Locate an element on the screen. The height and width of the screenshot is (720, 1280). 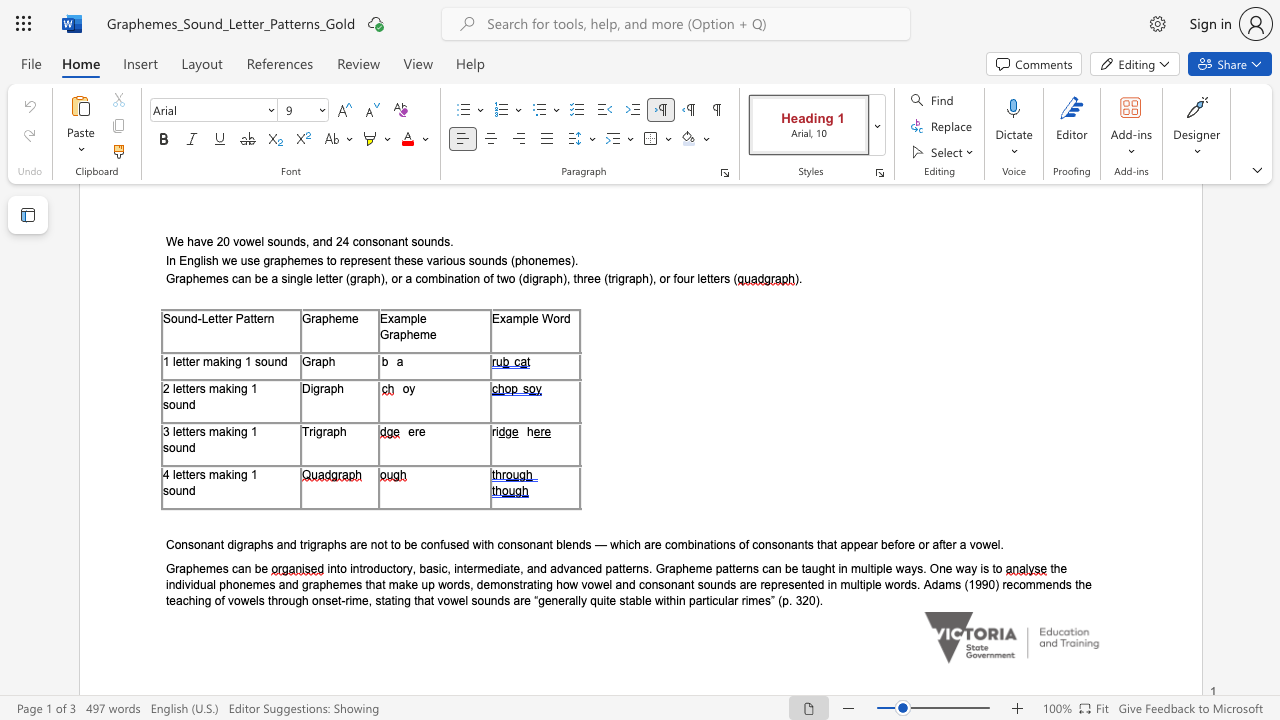
the subset text "hemes" within the text "the individual phonemes and graphemes that make up words," is located at coordinates (326, 584).